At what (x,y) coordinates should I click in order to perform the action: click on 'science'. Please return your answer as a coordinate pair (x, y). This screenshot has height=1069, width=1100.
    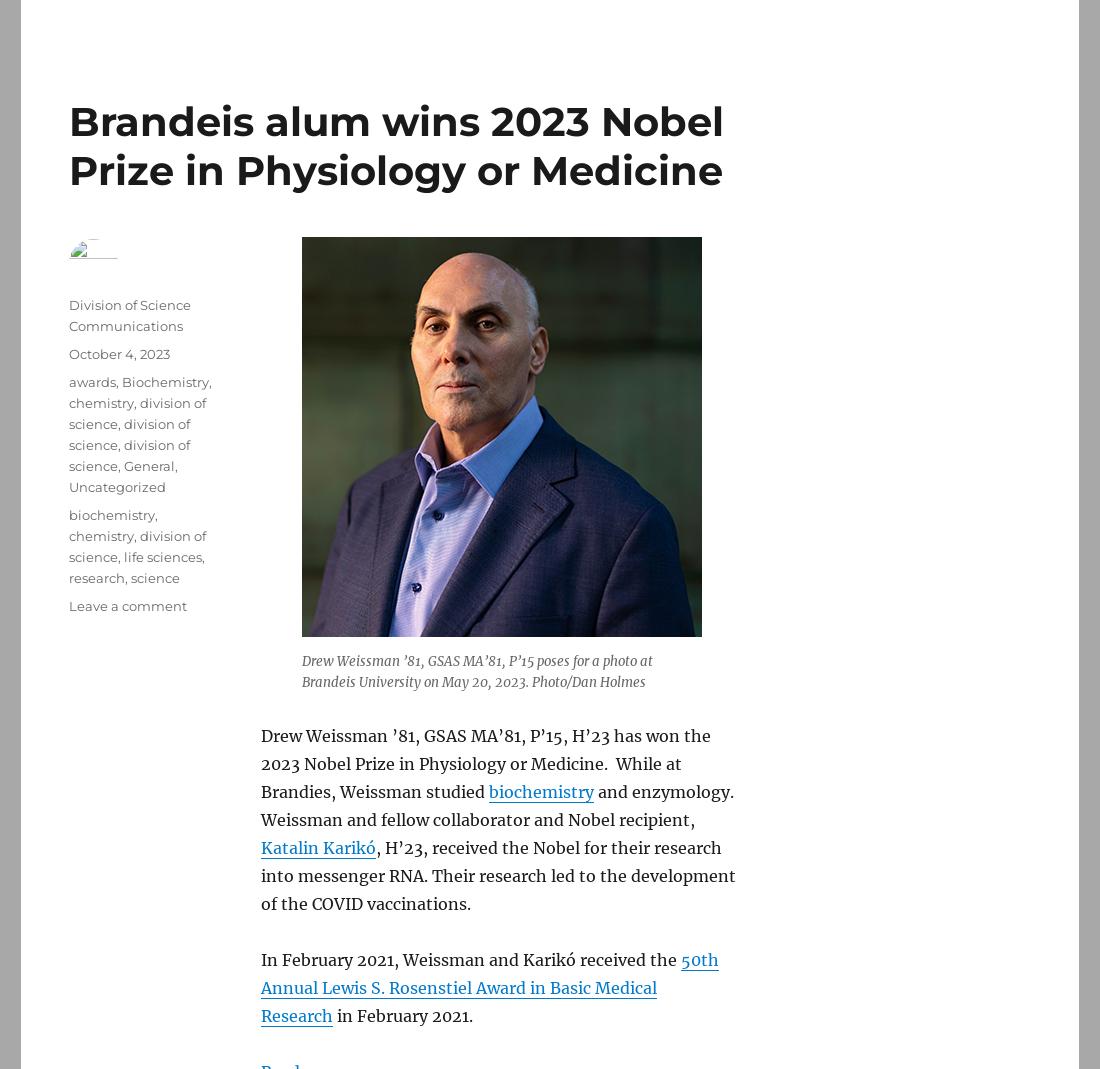
    Looking at the image, I should click on (154, 578).